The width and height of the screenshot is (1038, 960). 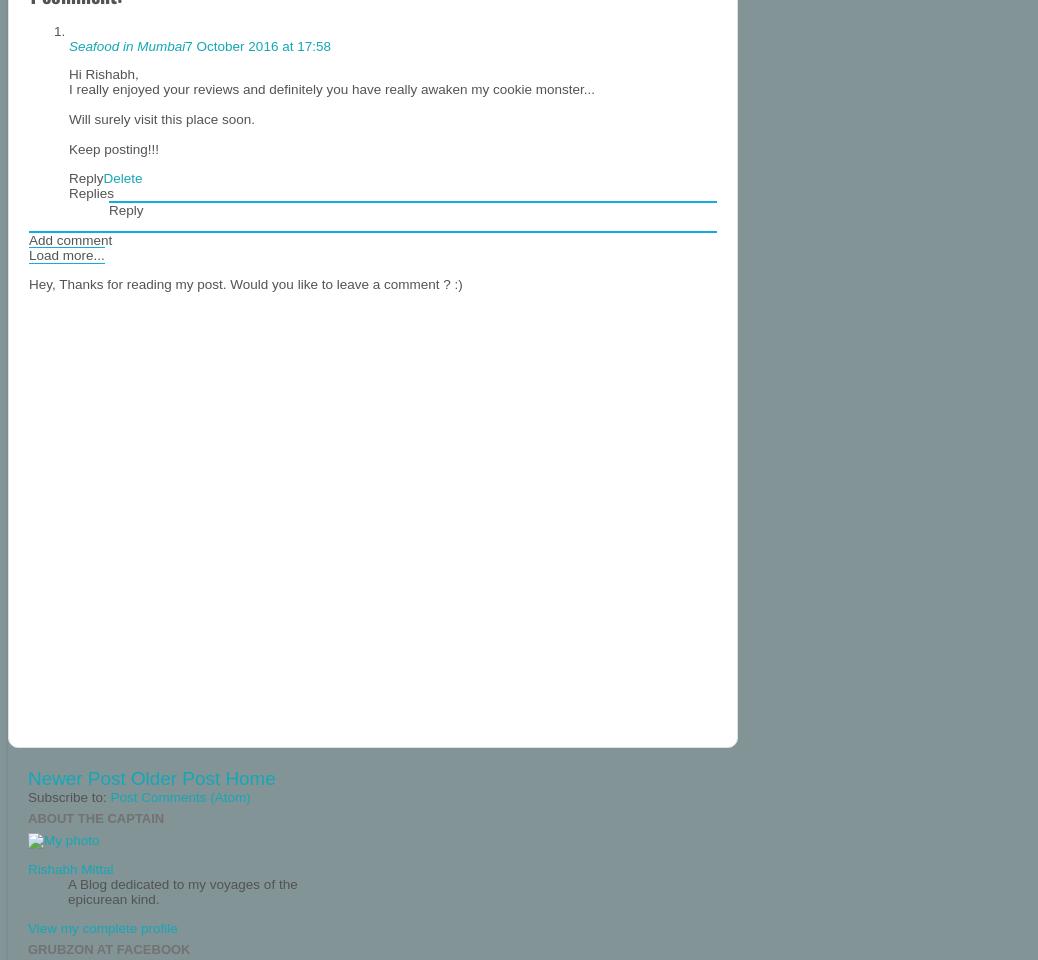 I want to click on 'Replies', so click(x=90, y=192).